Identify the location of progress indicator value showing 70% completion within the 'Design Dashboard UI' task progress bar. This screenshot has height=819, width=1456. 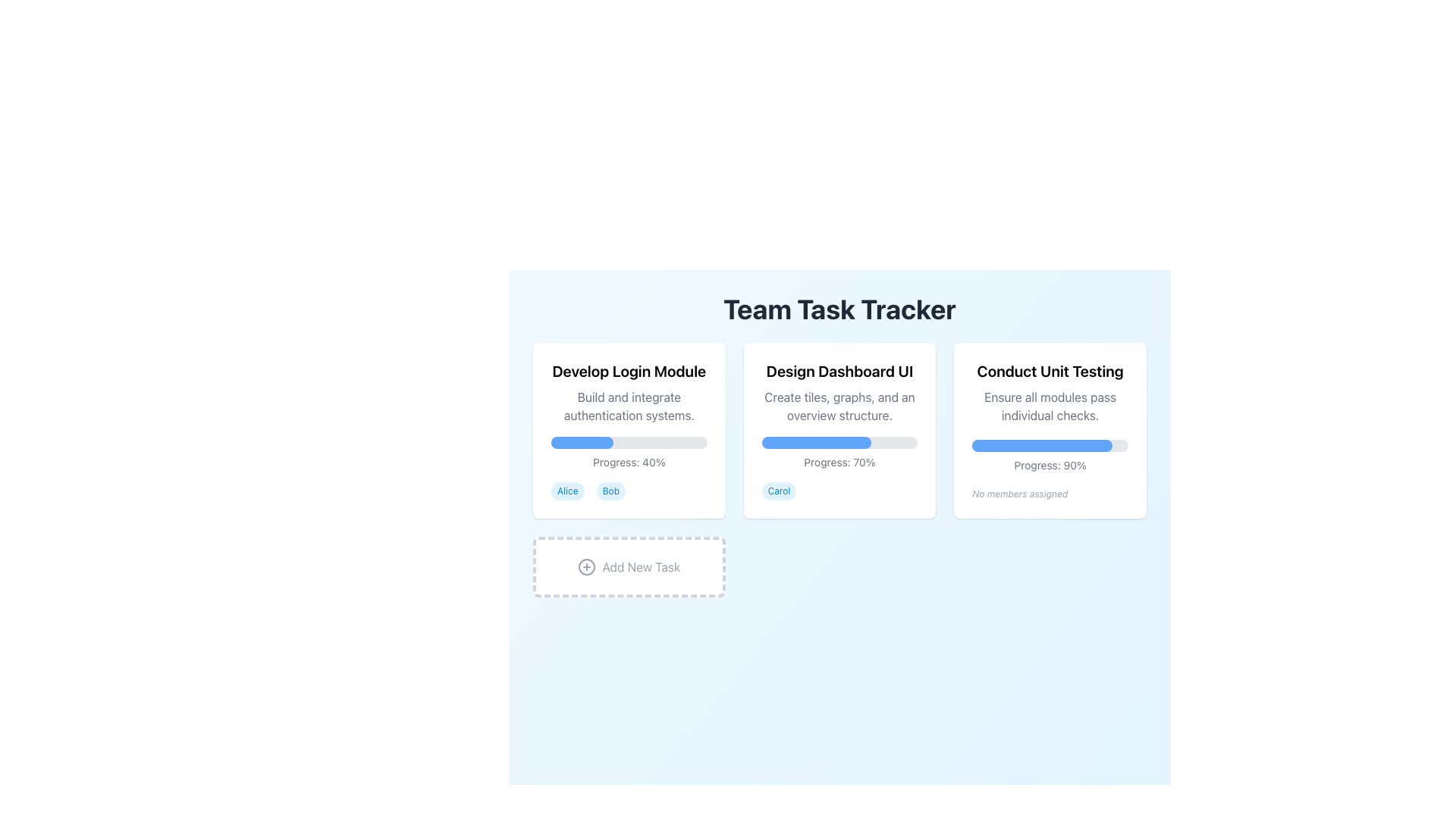
(815, 442).